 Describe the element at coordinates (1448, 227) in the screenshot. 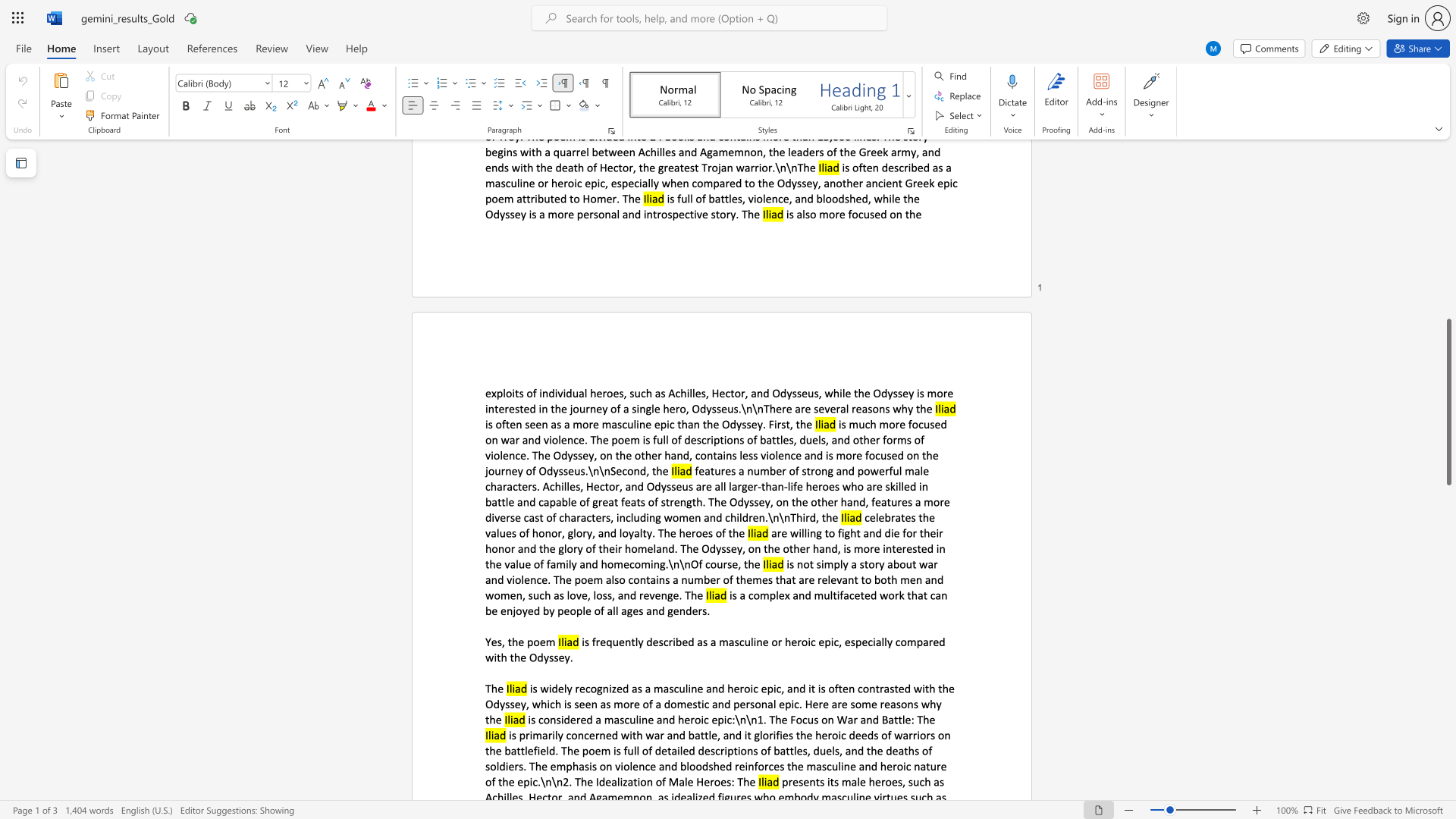

I see `the scrollbar to move the content higher` at that location.